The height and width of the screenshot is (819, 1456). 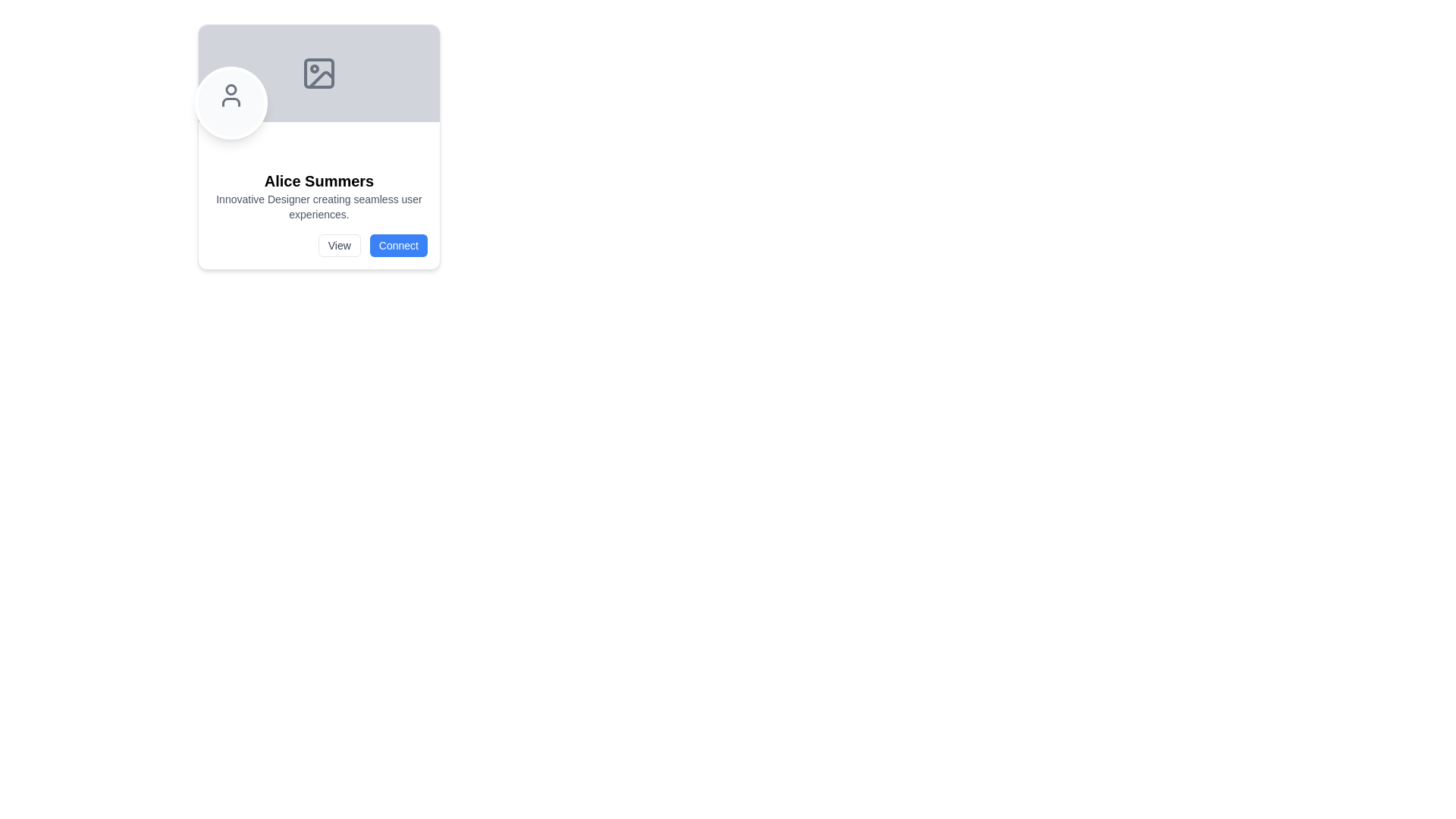 What do you see at coordinates (318, 73) in the screenshot?
I see `the gray decorative graphic placeholder located at the top-right section of the profile card's header area` at bounding box center [318, 73].